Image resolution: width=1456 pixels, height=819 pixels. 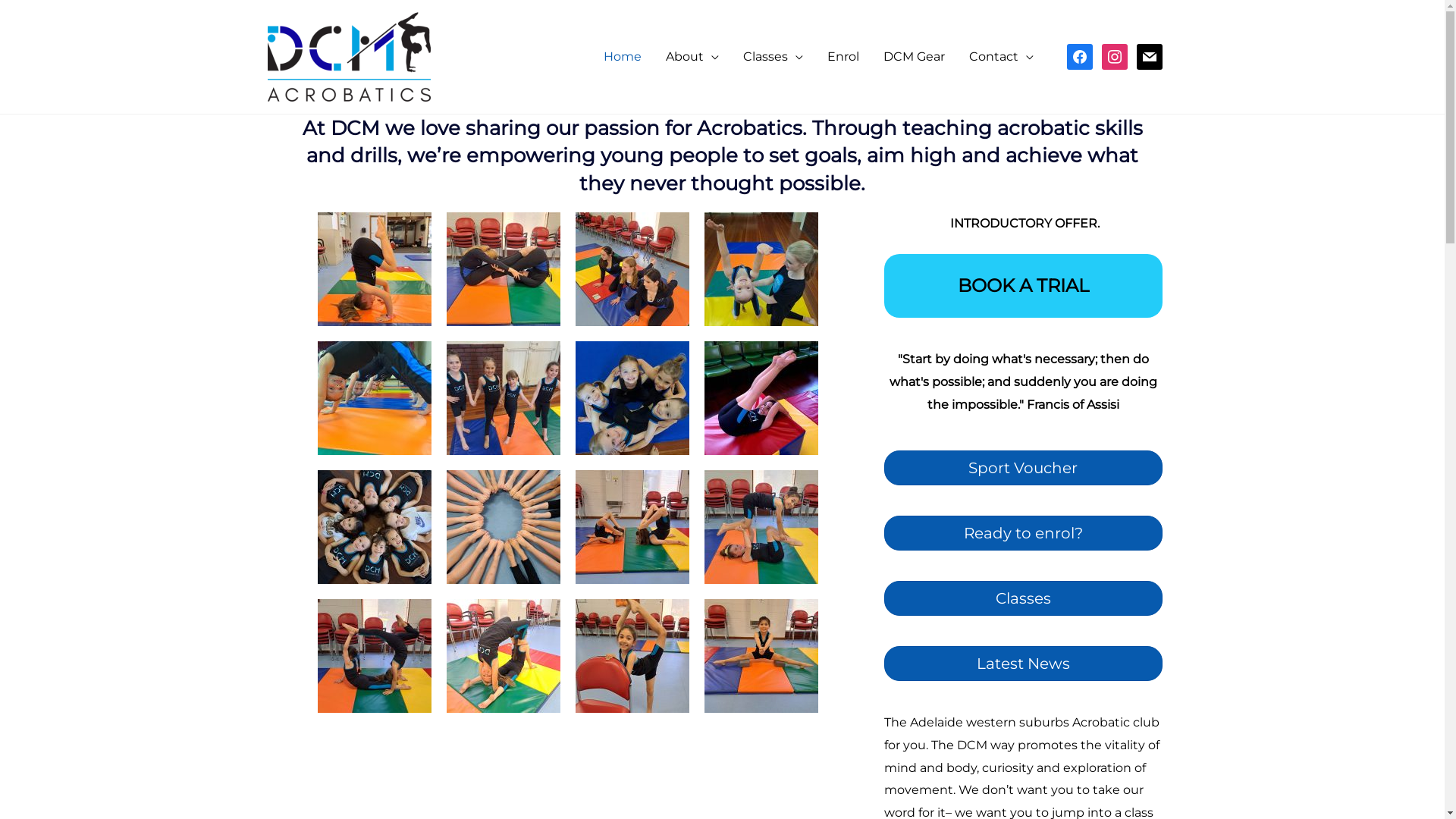 I want to click on 'Contact', so click(x=1001, y=55).